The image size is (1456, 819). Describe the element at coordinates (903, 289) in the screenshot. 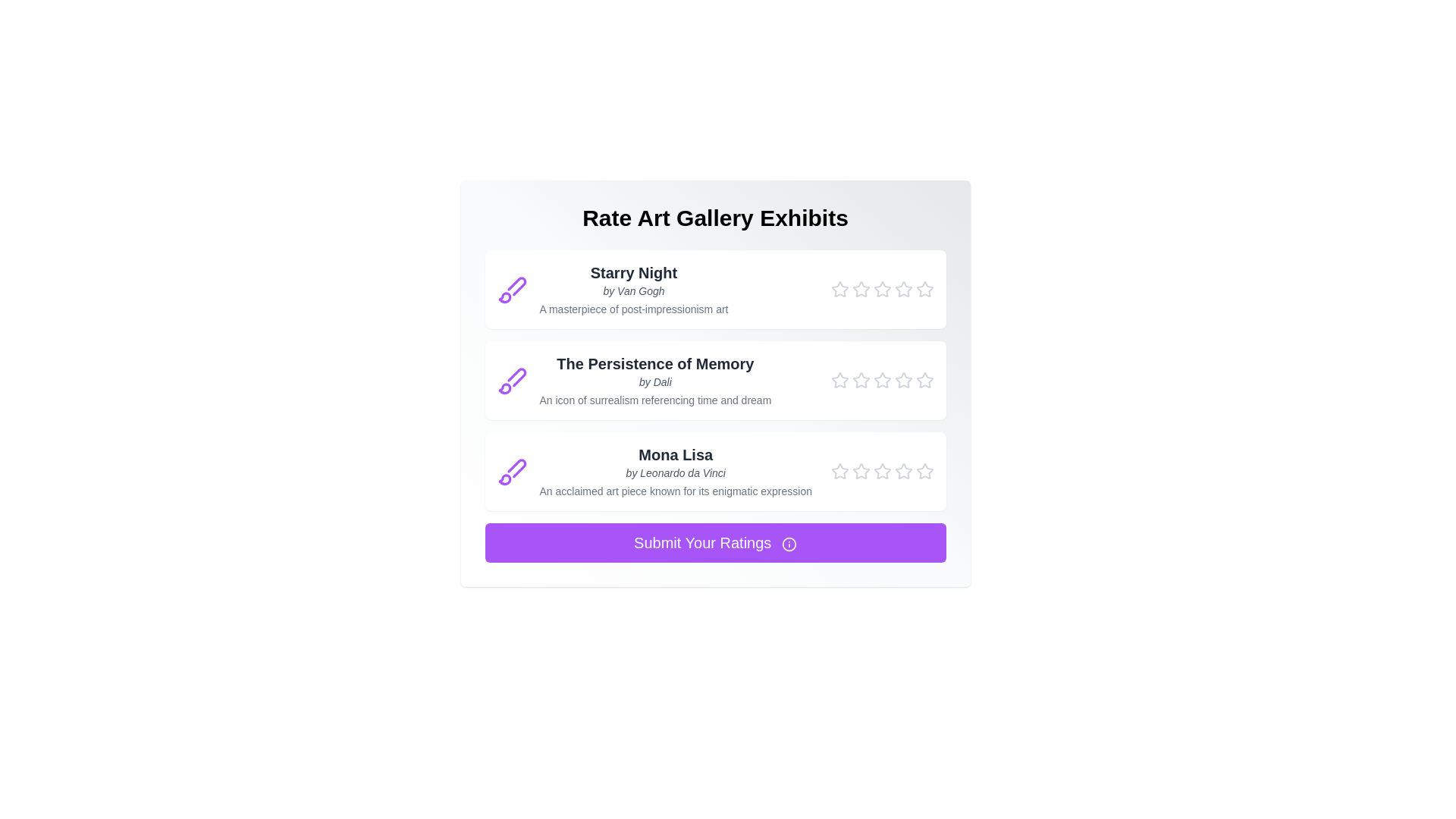

I see `the star corresponding to 4 stars to preview the rating` at that location.